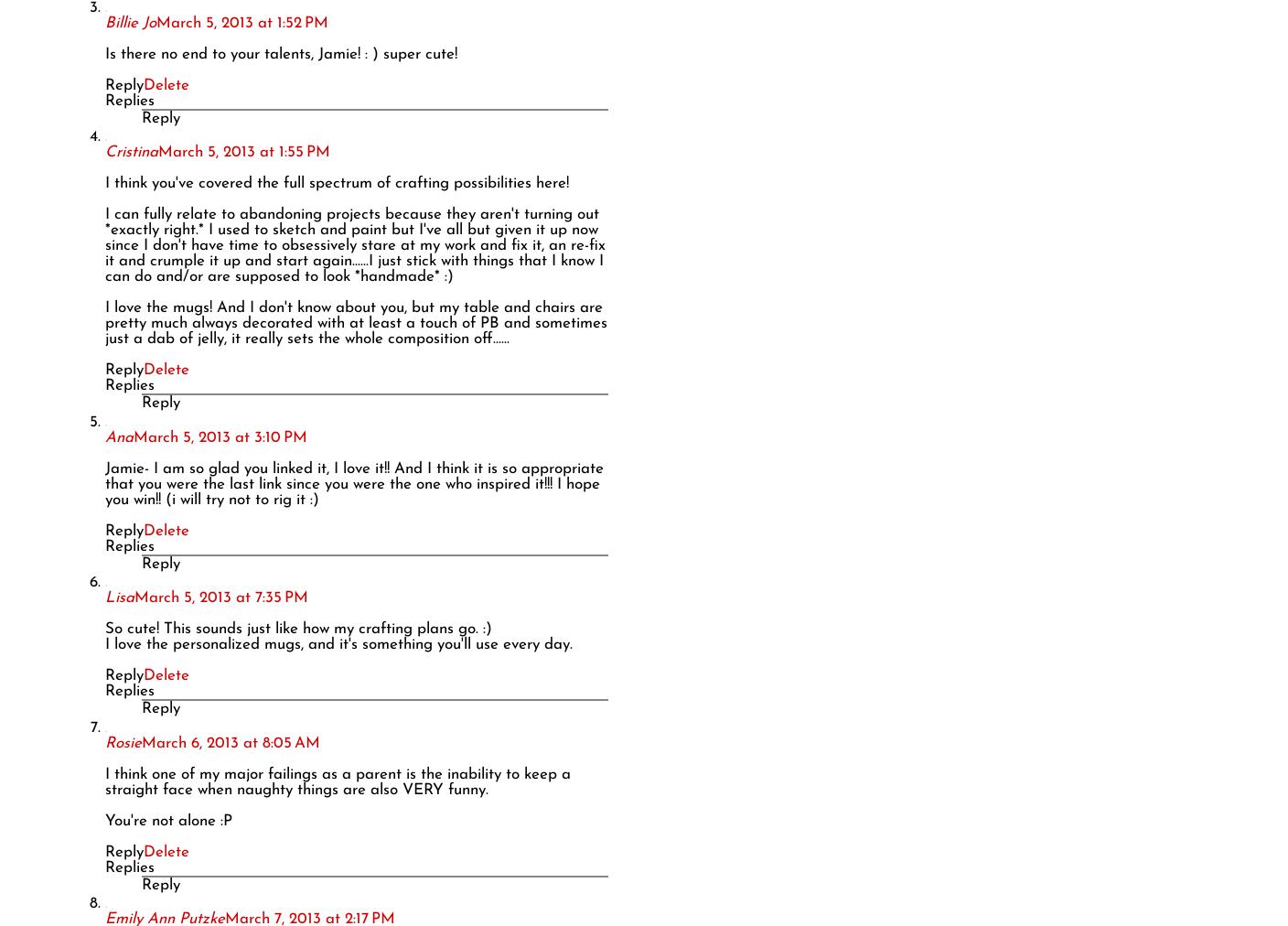  Describe the element at coordinates (220, 598) in the screenshot. I see `'March 5, 2013 at 7:35 PM'` at that location.